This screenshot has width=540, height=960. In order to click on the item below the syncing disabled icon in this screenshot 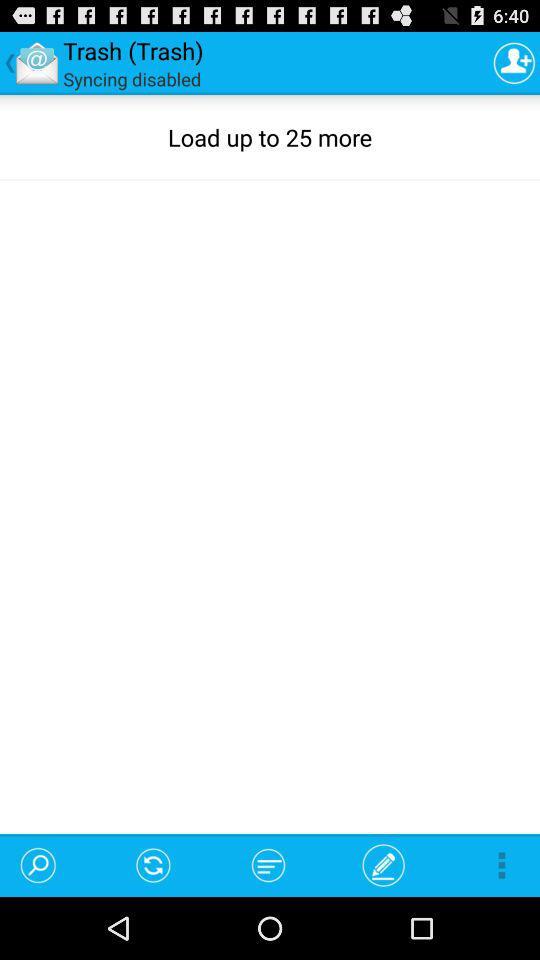, I will do `click(48, 864)`.